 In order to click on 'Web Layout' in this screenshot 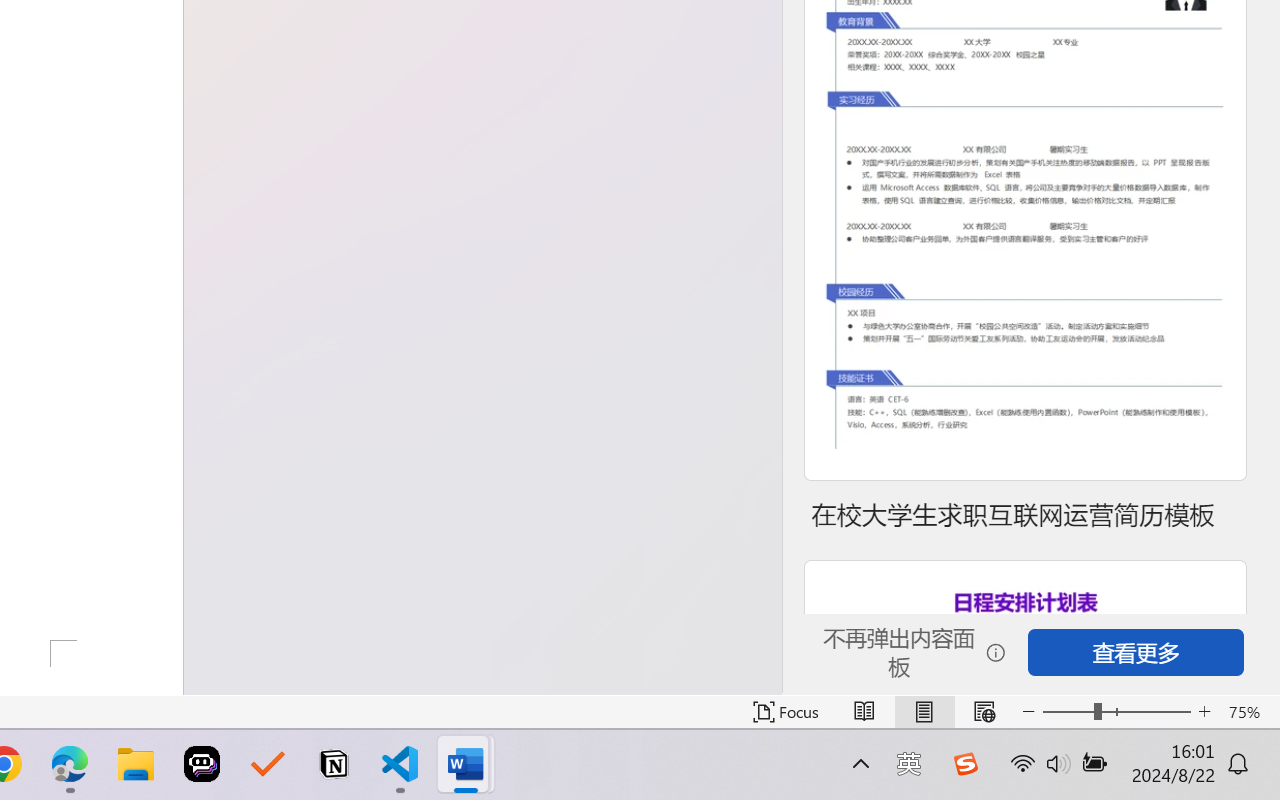, I will do `click(984, 711)`.